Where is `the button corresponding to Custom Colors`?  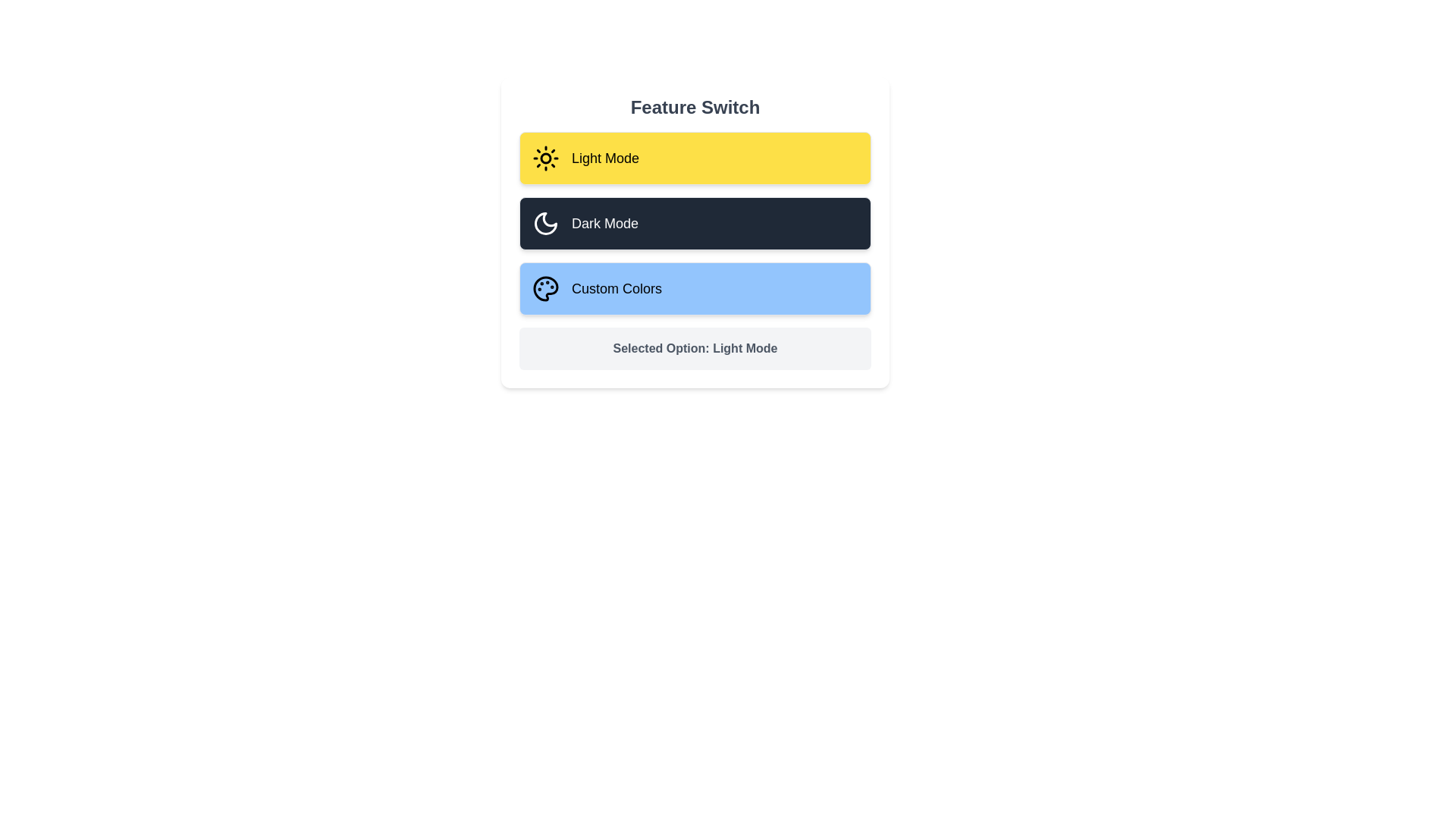 the button corresponding to Custom Colors is located at coordinates (694, 289).